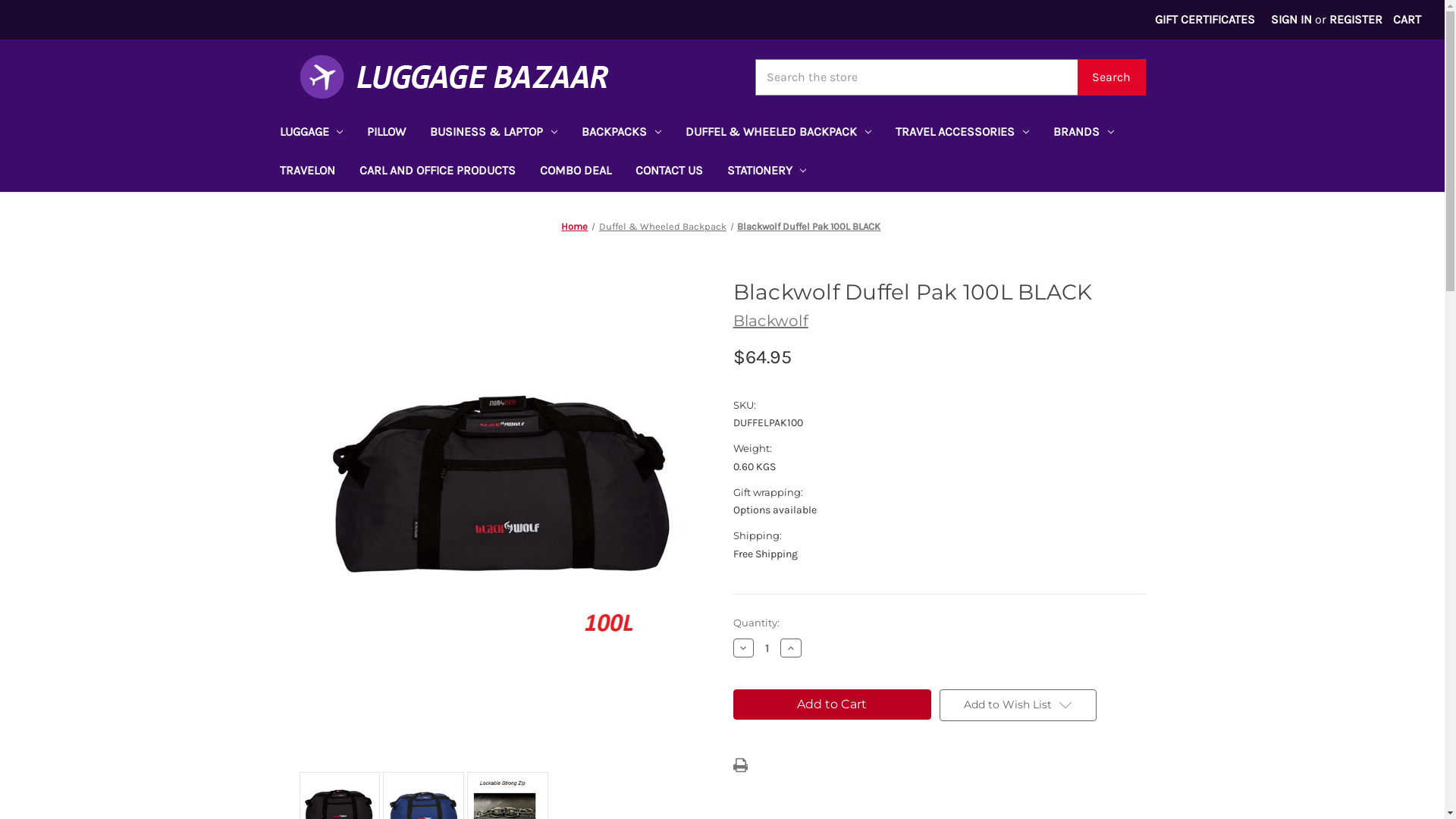 This screenshot has width=1456, height=819. I want to click on 'Add to Cart', so click(732, 704).